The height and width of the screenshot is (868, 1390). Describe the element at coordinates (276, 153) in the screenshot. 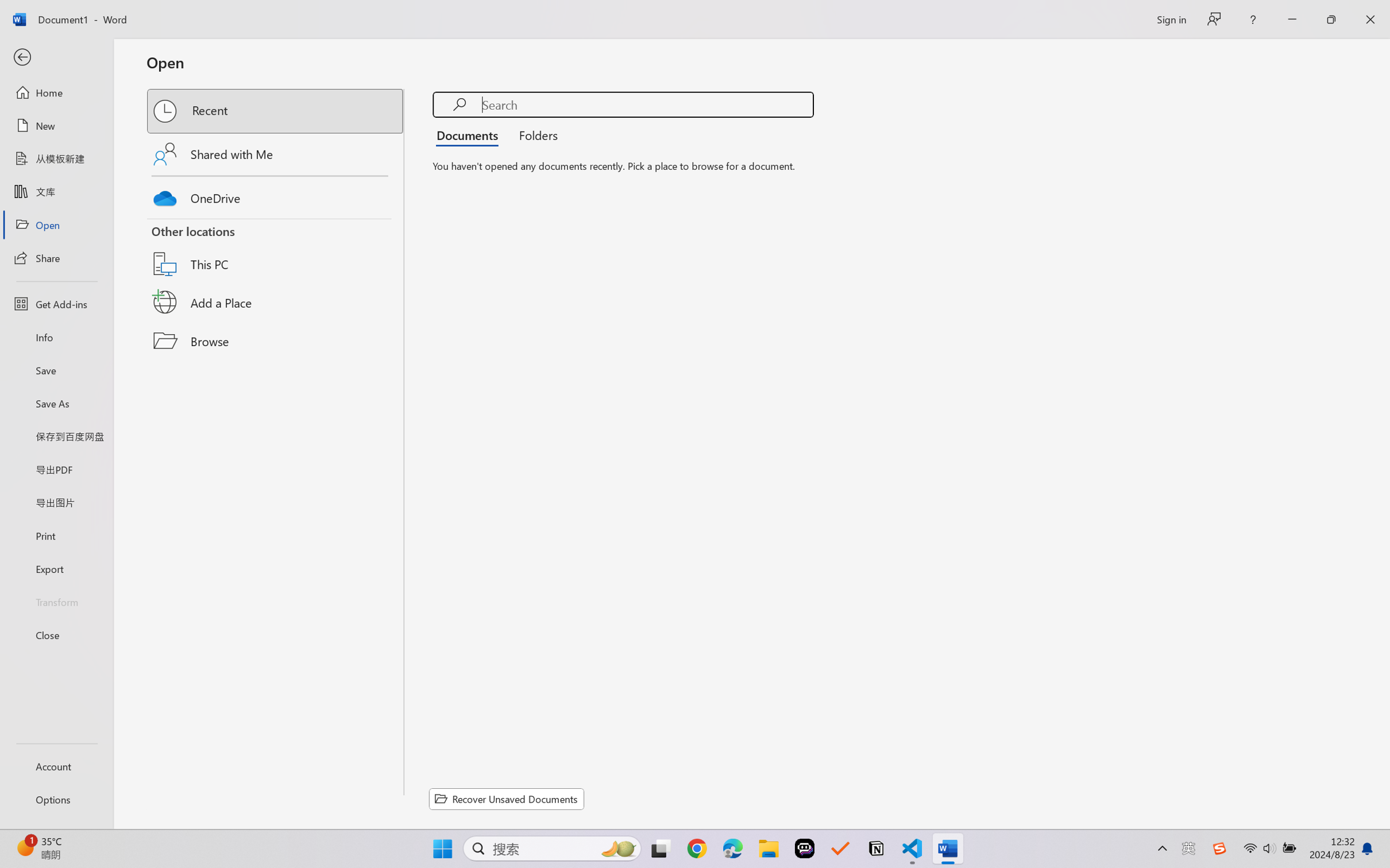

I see `'Shared with Me'` at that location.